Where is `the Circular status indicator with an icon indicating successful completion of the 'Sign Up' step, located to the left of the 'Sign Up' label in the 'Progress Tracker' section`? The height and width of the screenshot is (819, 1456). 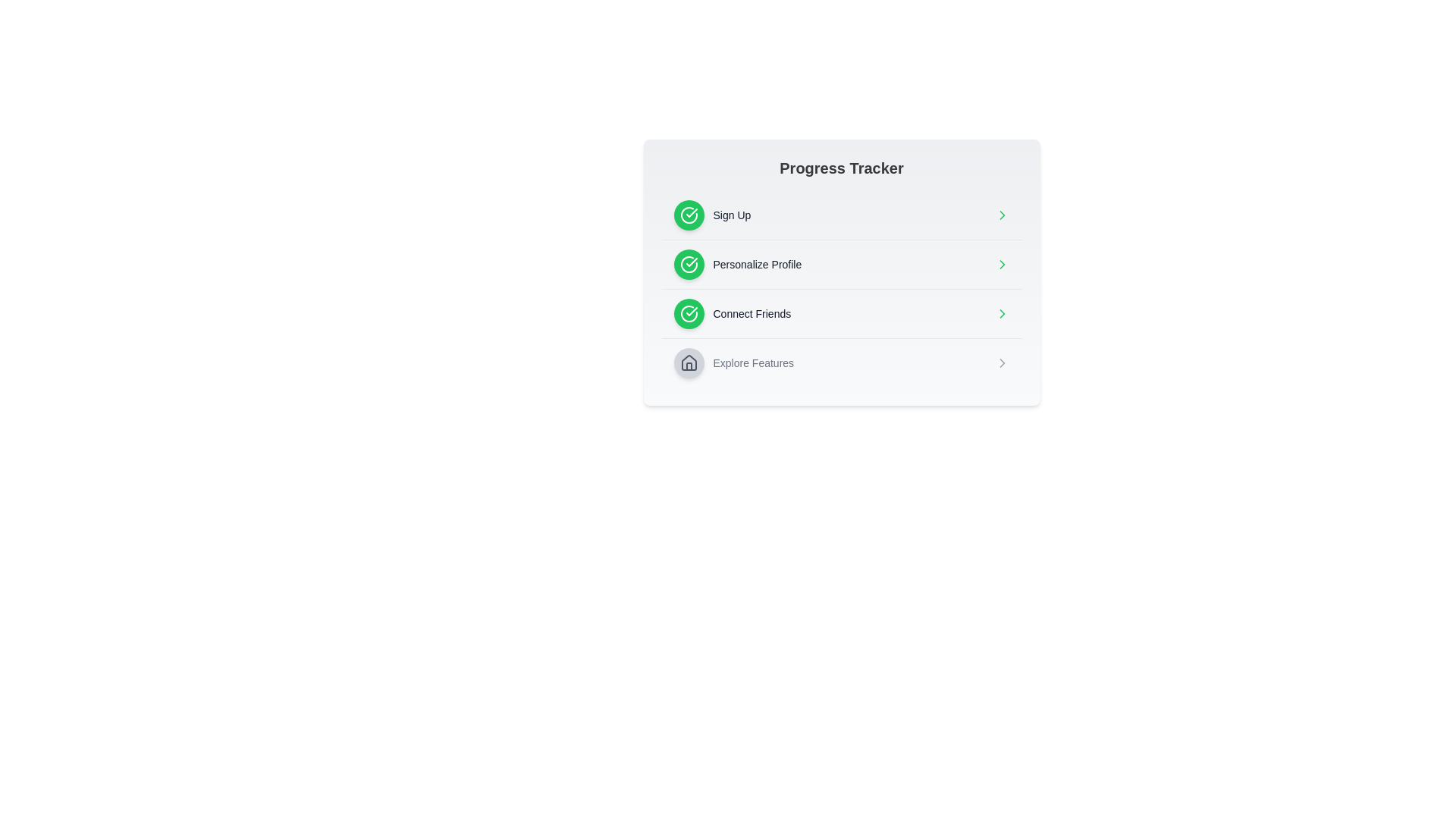
the Circular status indicator with an icon indicating successful completion of the 'Sign Up' step, located to the left of the 'Sign Up' label in the 'Progress Tracker' section is located at coordinates (688, 215).